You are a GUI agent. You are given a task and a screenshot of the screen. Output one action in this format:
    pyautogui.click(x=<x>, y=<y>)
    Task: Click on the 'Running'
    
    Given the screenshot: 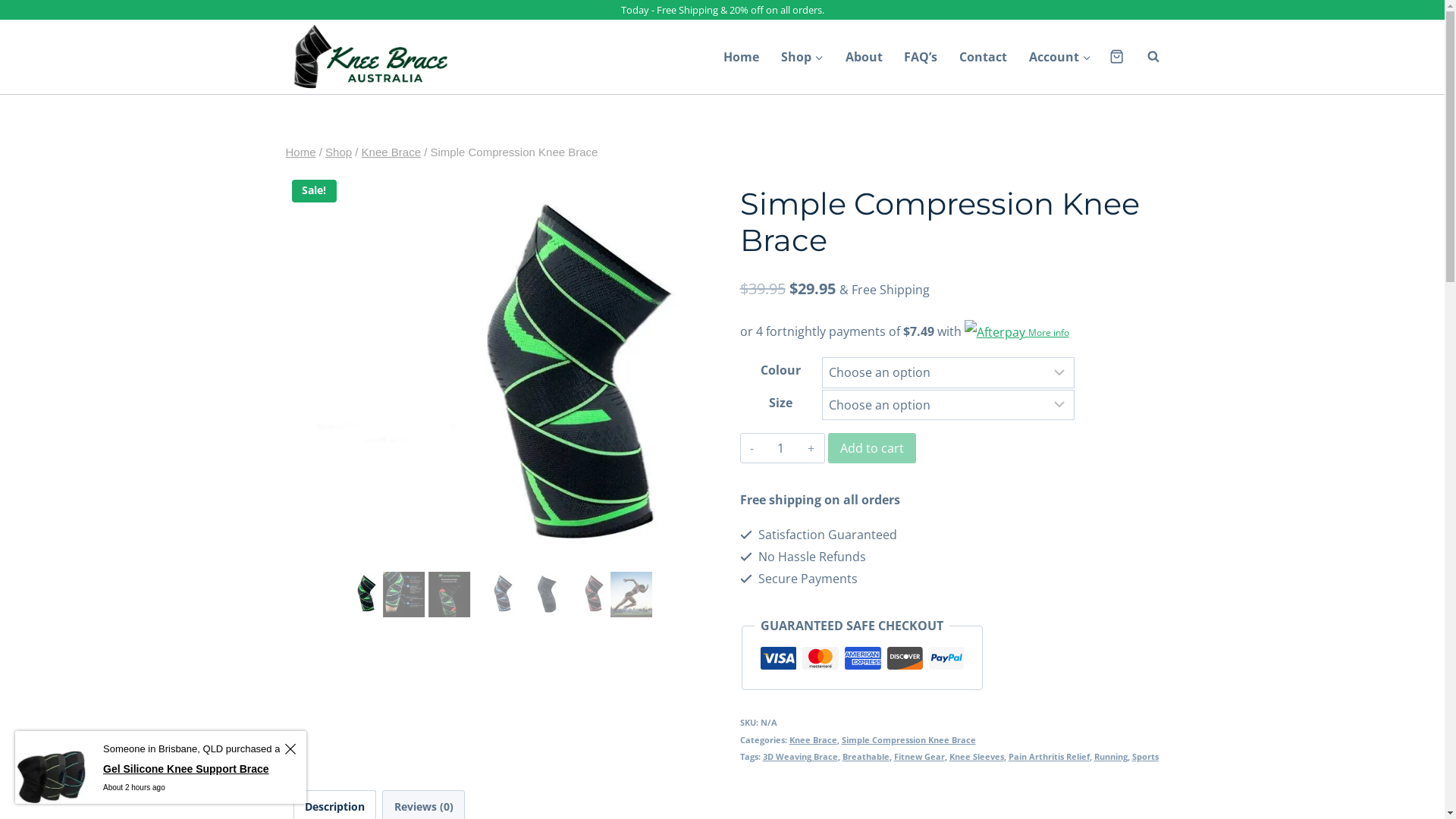 What is the action you would take?
    pyautogui.click(x=1110, y=756)
    